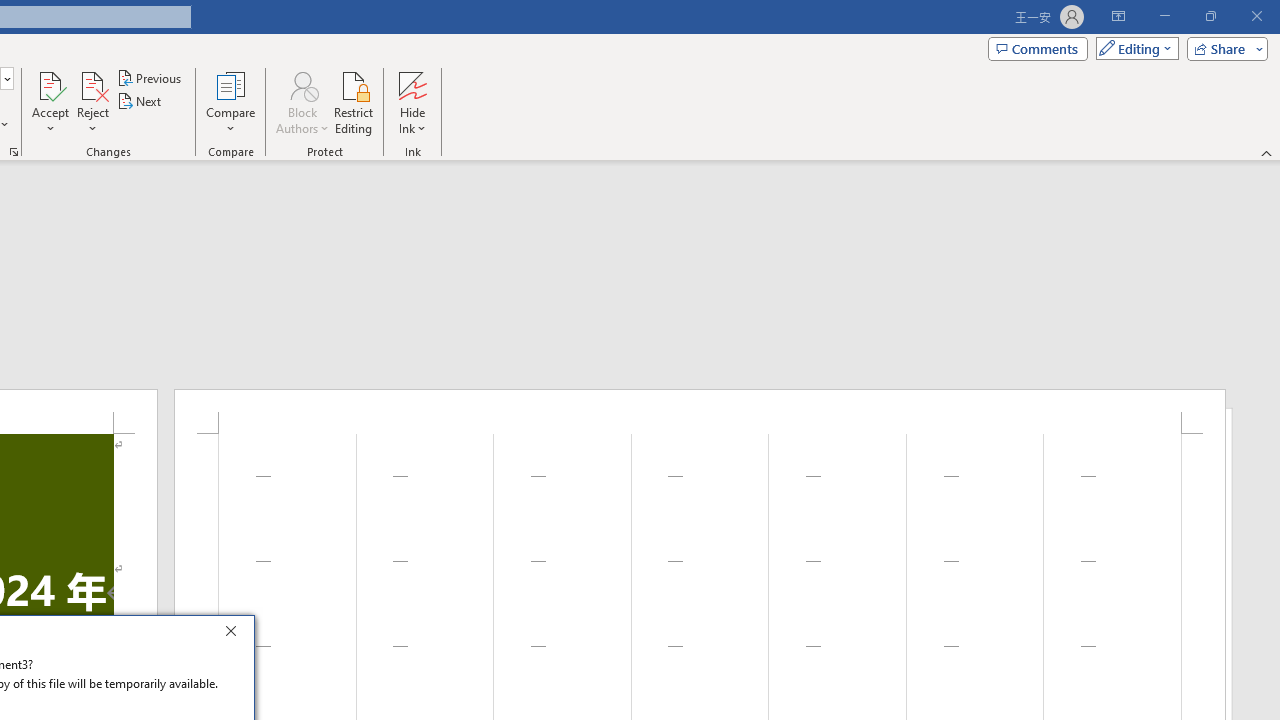  Describe the element at coordinates (1133, 47) in the screenshot. I see `'Mode'` at that location.